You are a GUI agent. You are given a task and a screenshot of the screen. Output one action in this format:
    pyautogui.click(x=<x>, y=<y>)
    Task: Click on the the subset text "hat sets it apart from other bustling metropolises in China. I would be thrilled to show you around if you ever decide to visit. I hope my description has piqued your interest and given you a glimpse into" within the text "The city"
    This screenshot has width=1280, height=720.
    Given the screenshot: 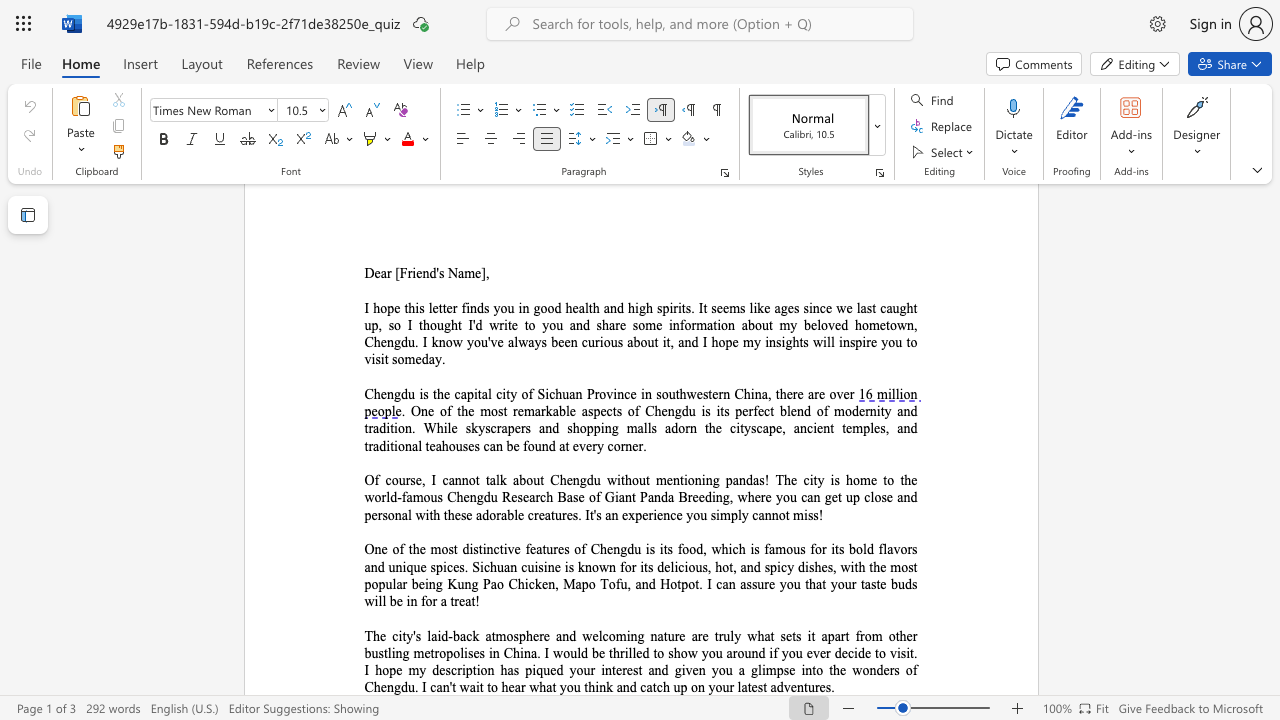 What is the action you would take?
    pyautogui.click(x=756, y=636)
    